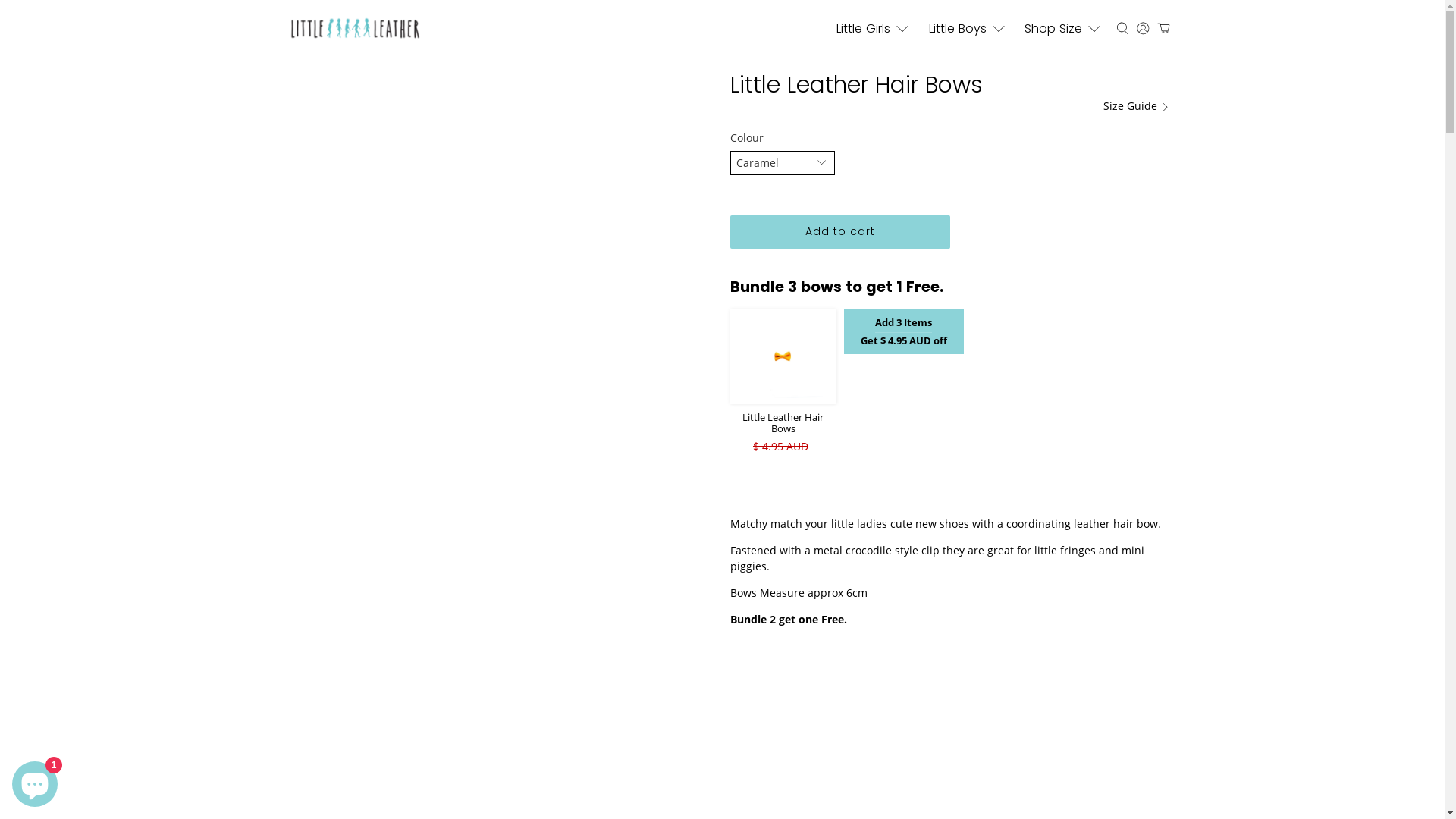  Describe the element at coordinates (968, 29) in the screenshot. I see `'Little Boys'` at that location.